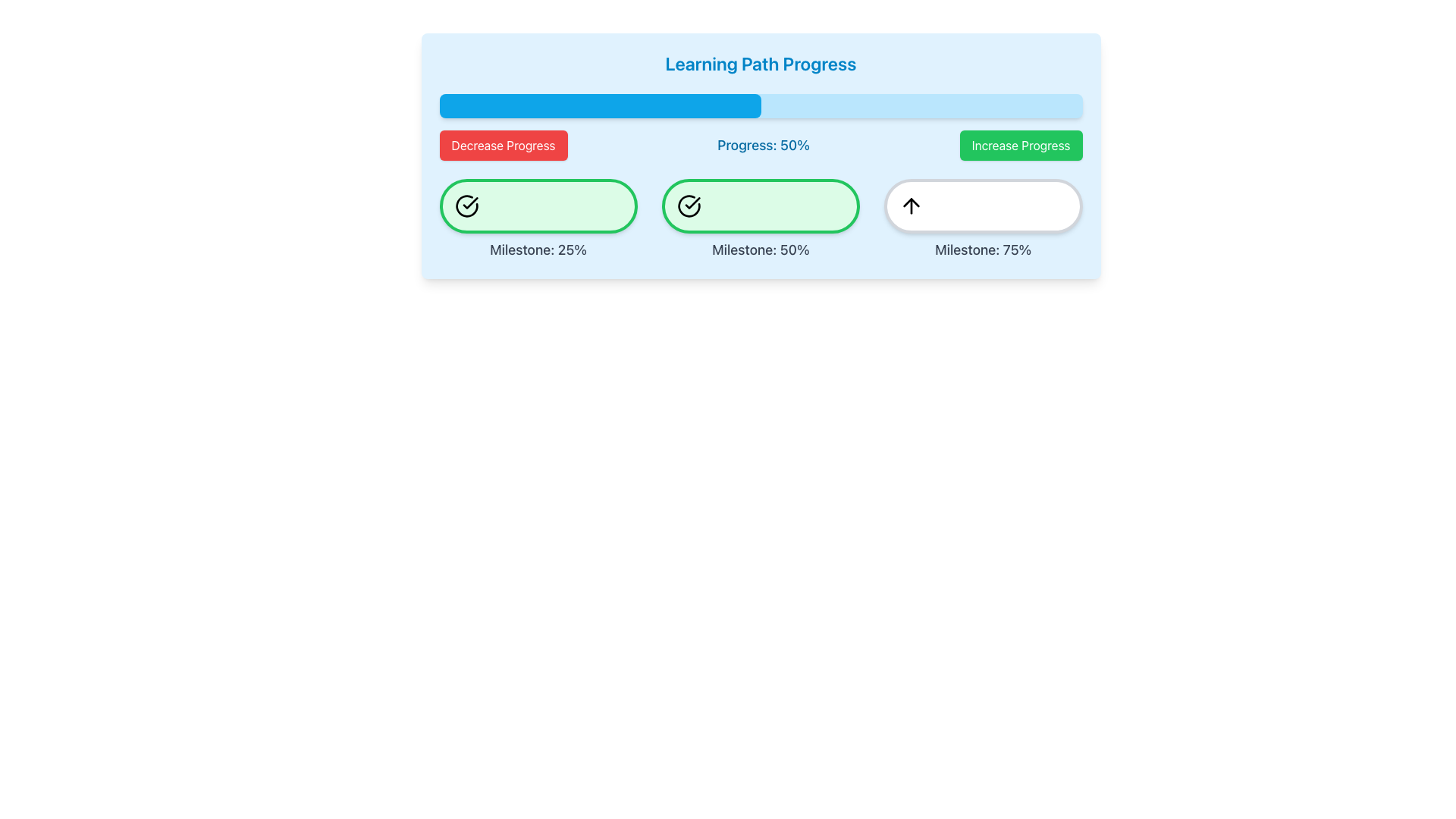 The height and width of the screenshot is (819, 1456). What do you see at coordinates (764, 146) in the screenshot?
I see `the progress value indicator label located near the center of the header panel between the 'Decrease Progress' and 'Increase Progress' buttons` at bounding box center [764, 146].